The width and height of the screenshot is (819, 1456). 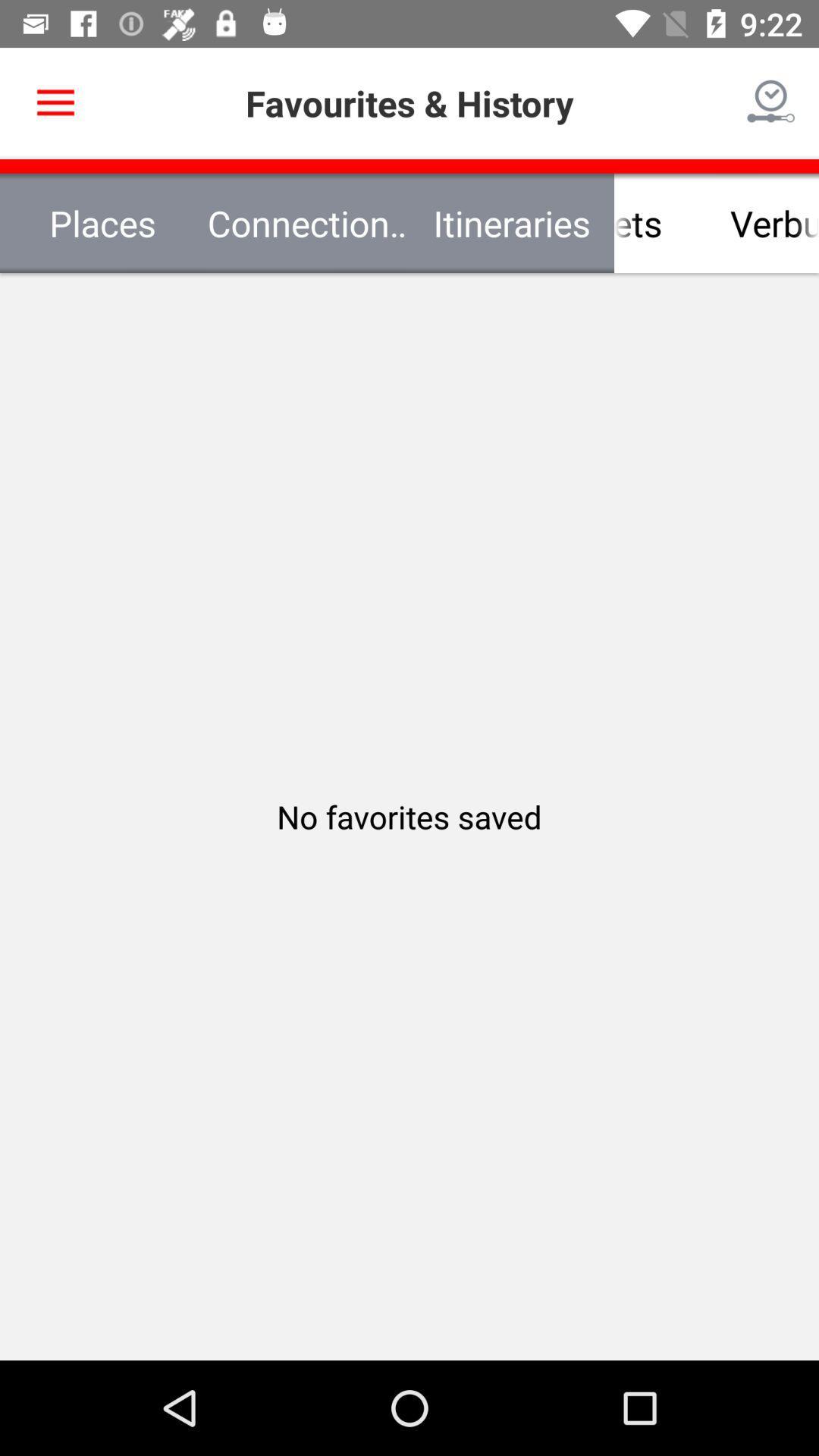 What do you see at coordinates (102, 222) in the screenshot?
I see `the places icon` at bounding box center [102, 222].